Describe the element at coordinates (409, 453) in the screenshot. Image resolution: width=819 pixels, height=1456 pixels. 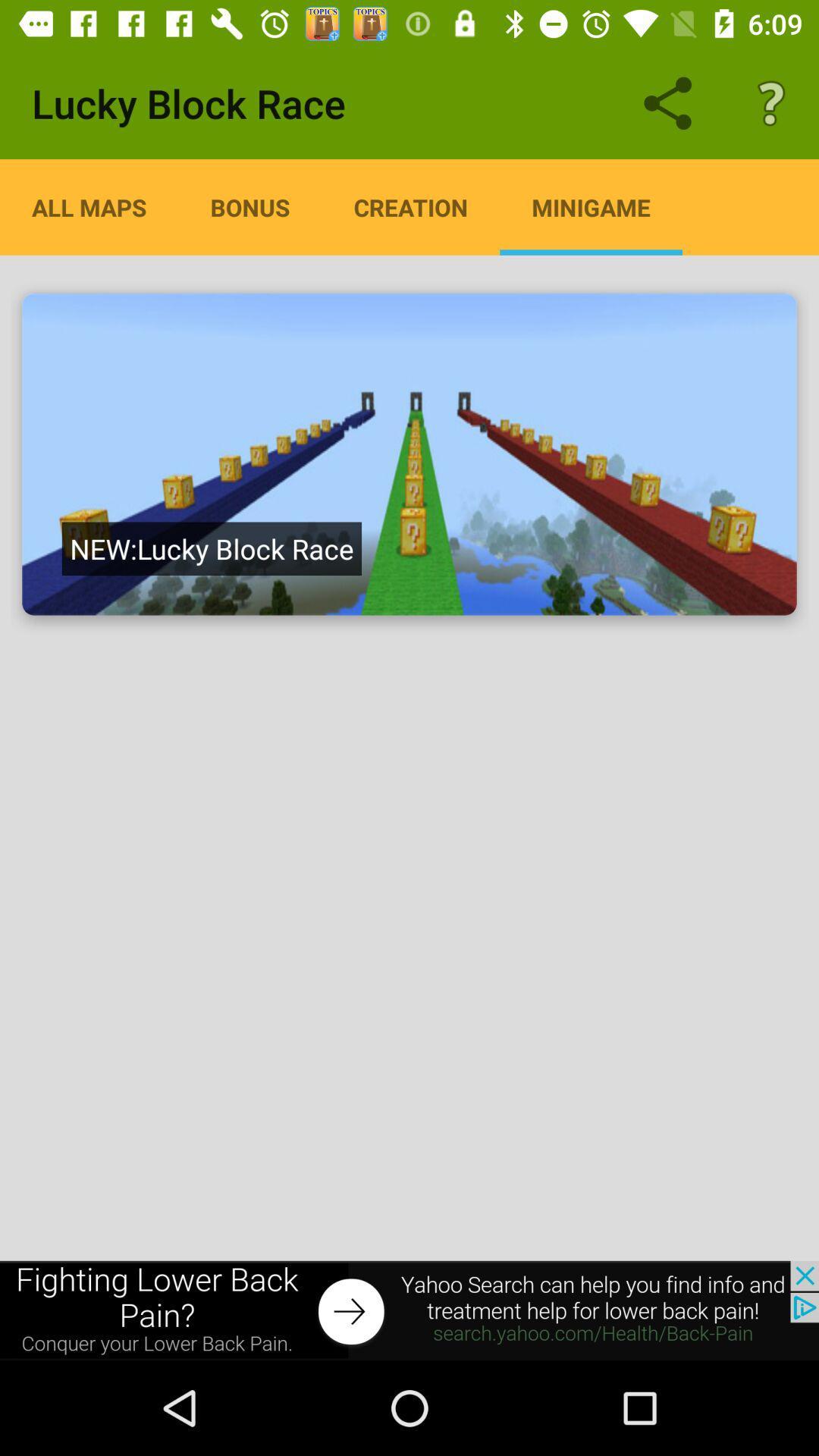
I see `newlucky block race image` at that location.